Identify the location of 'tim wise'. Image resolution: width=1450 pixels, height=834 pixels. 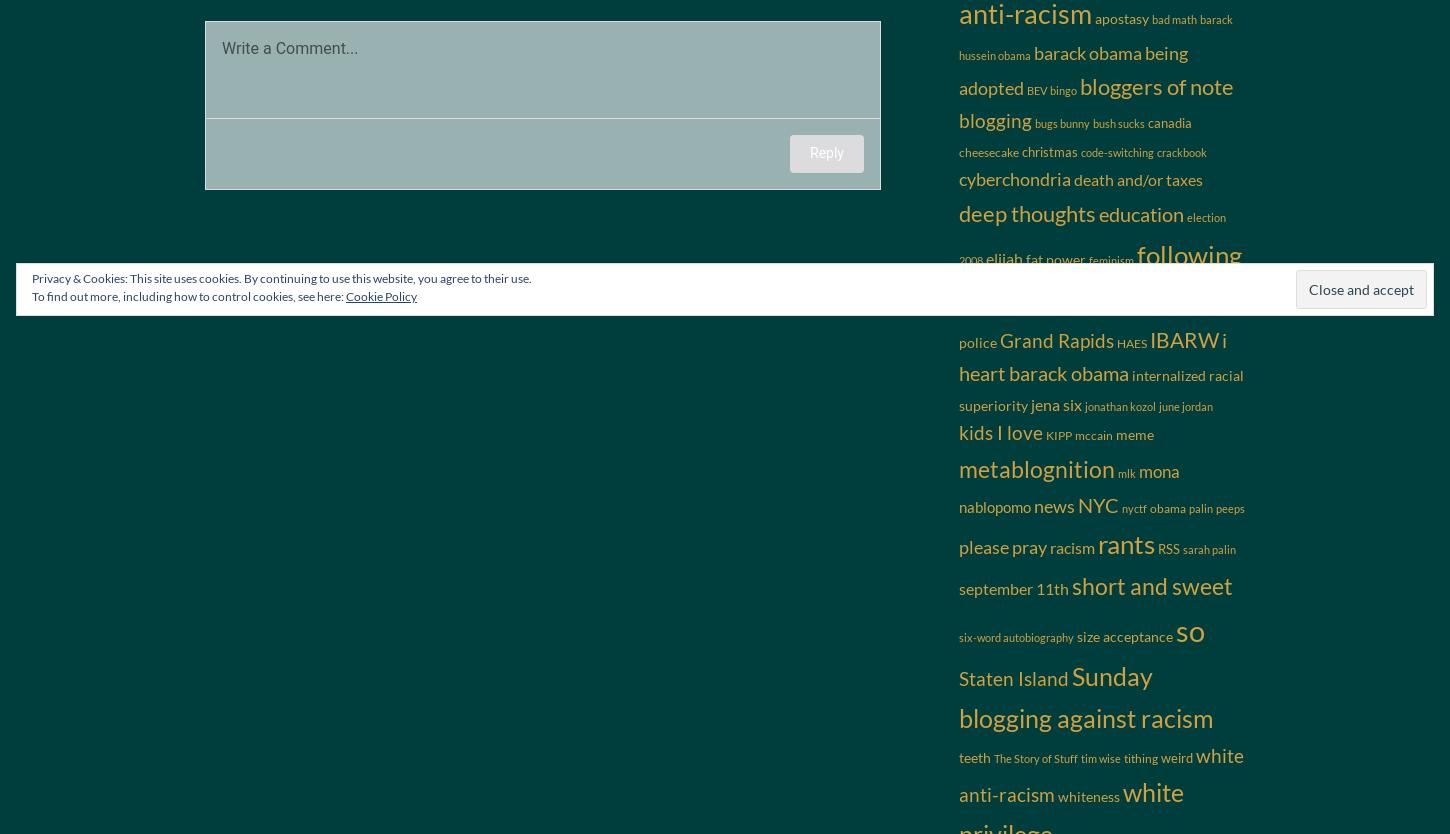
(1099, 757).